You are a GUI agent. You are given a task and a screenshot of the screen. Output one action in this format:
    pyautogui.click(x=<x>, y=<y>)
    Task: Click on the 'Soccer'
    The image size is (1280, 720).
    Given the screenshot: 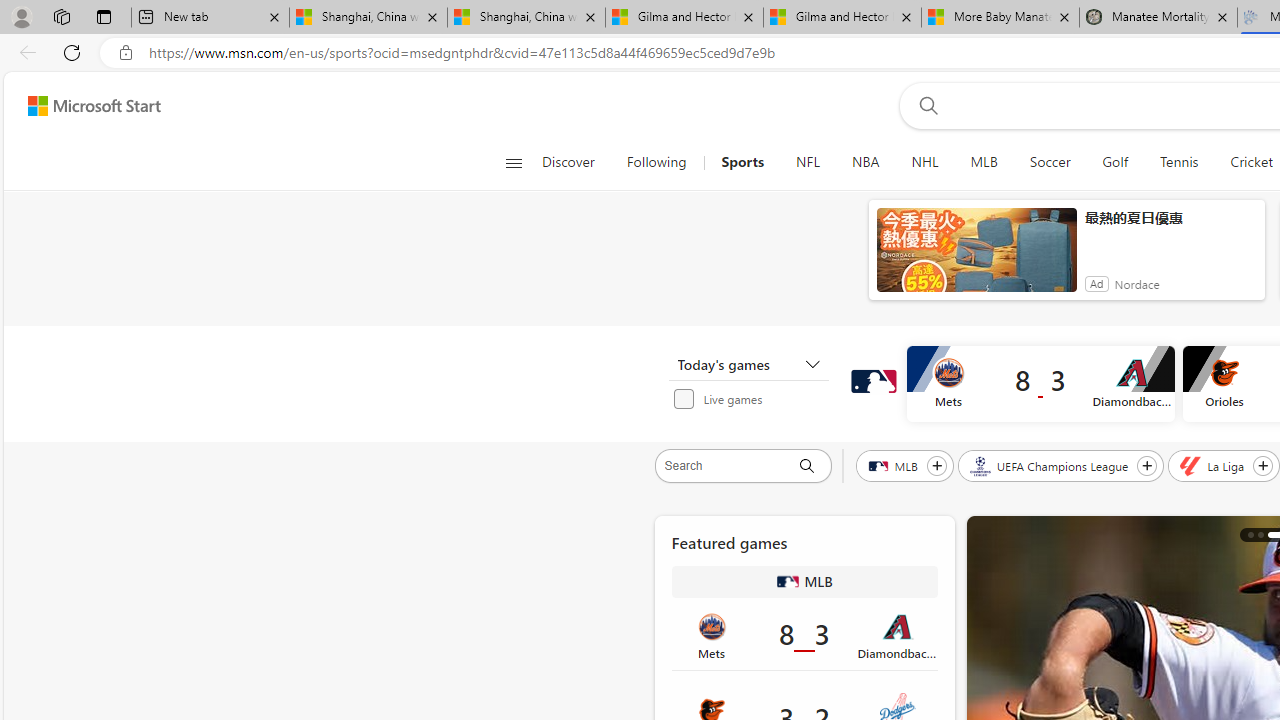 What is the action you would take?
    pyautogui.click(x=1048, y=162)
    